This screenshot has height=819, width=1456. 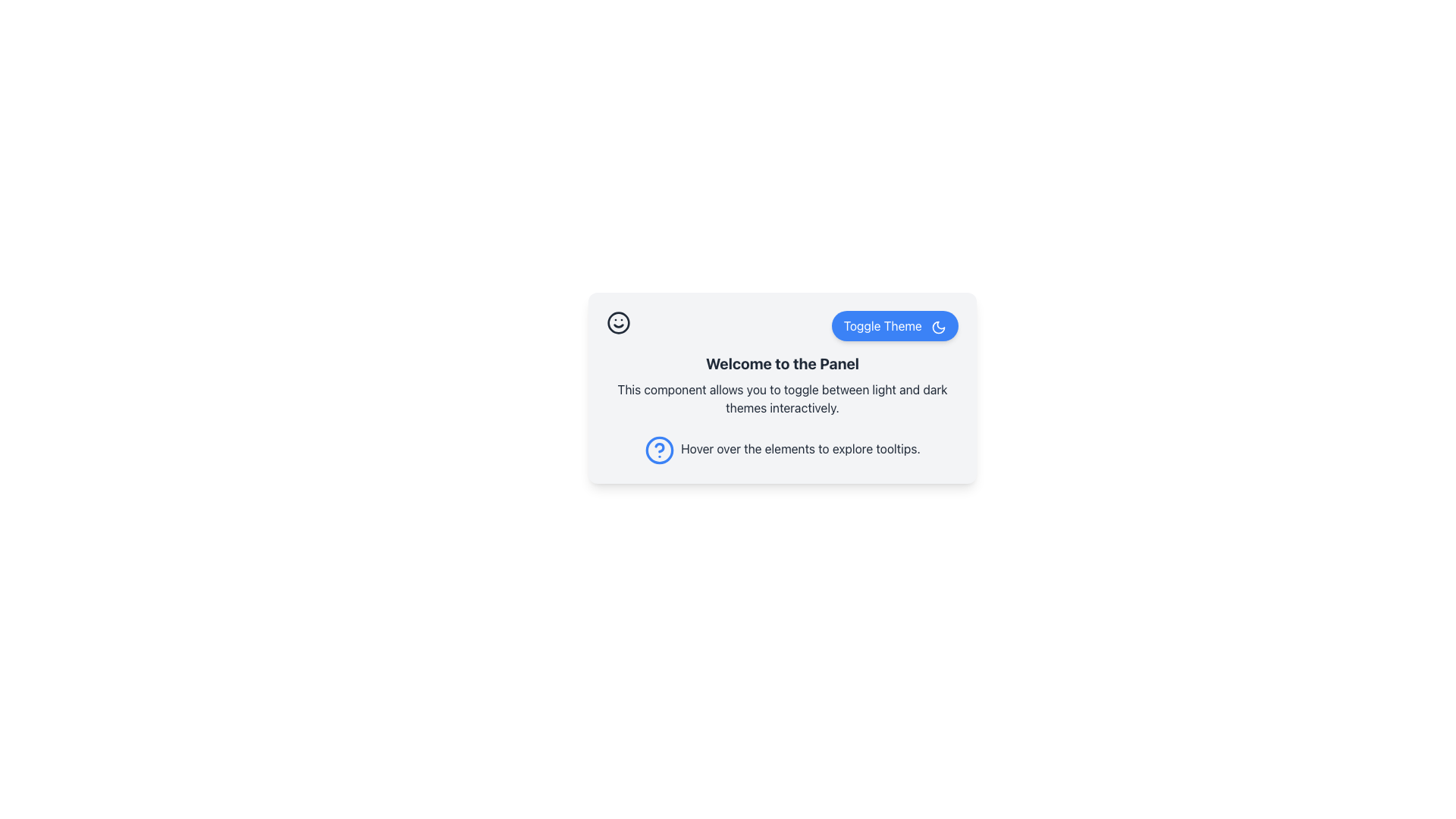 What do you see at coordinates (619, 322) in the screenshot?
I see `the circular smiling face icon located in the top-left corner of the card component, which is characterized by two small dots for eyes and a curved line for a mouth` at bounding box center [619, 322].